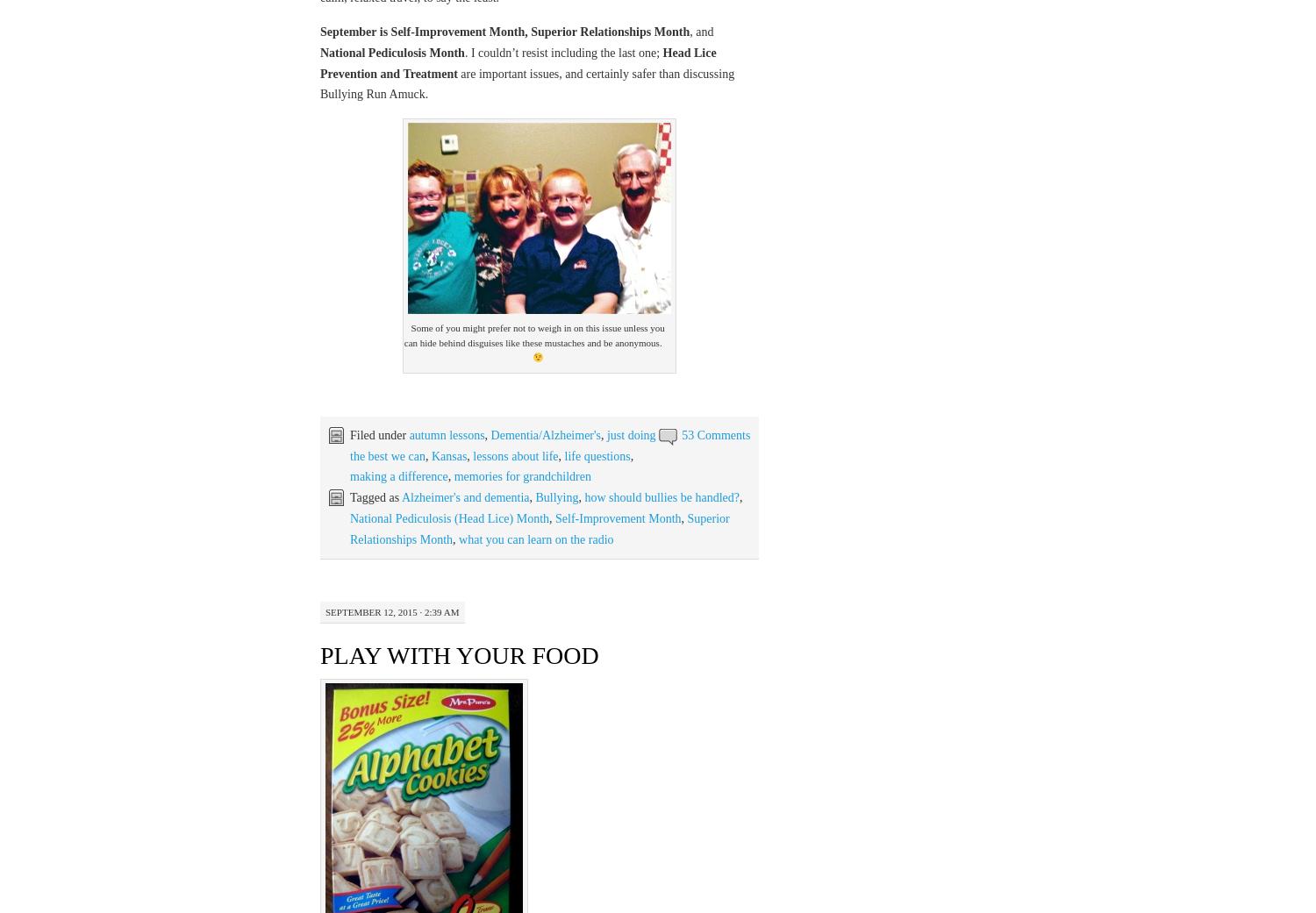  What do you see at coordinates (375, 497) in the screenshot?
I see `'Tagged as'` at bounding box center [375, 497].